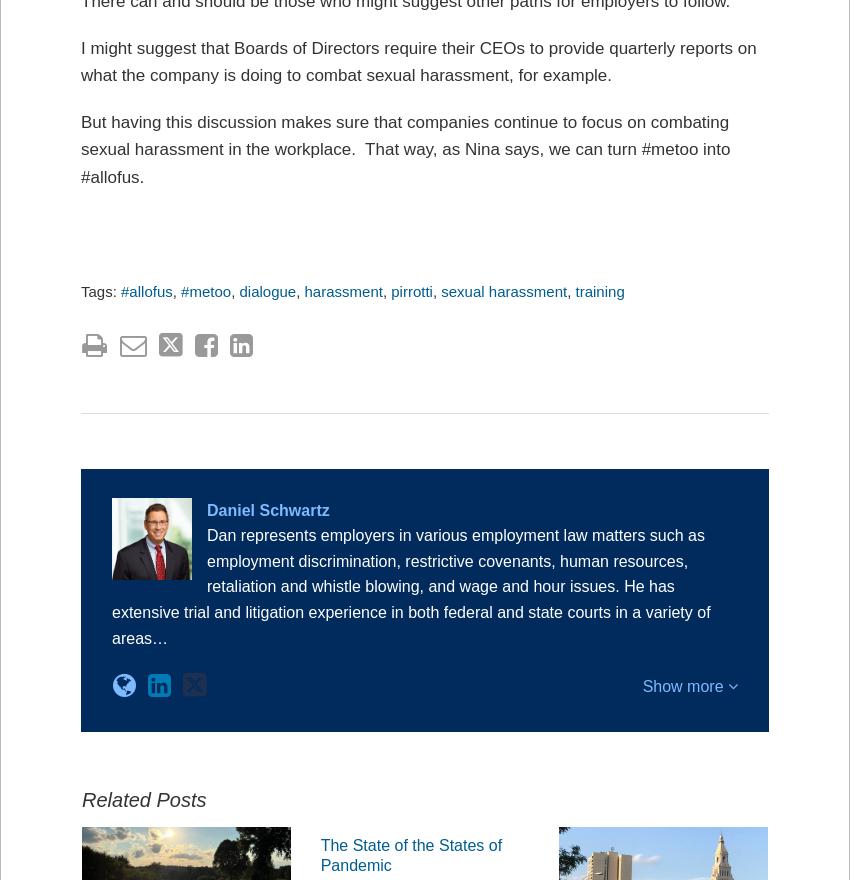 The image size is (850, 880). I want to click on 'Related Posts', so click(143, 799).